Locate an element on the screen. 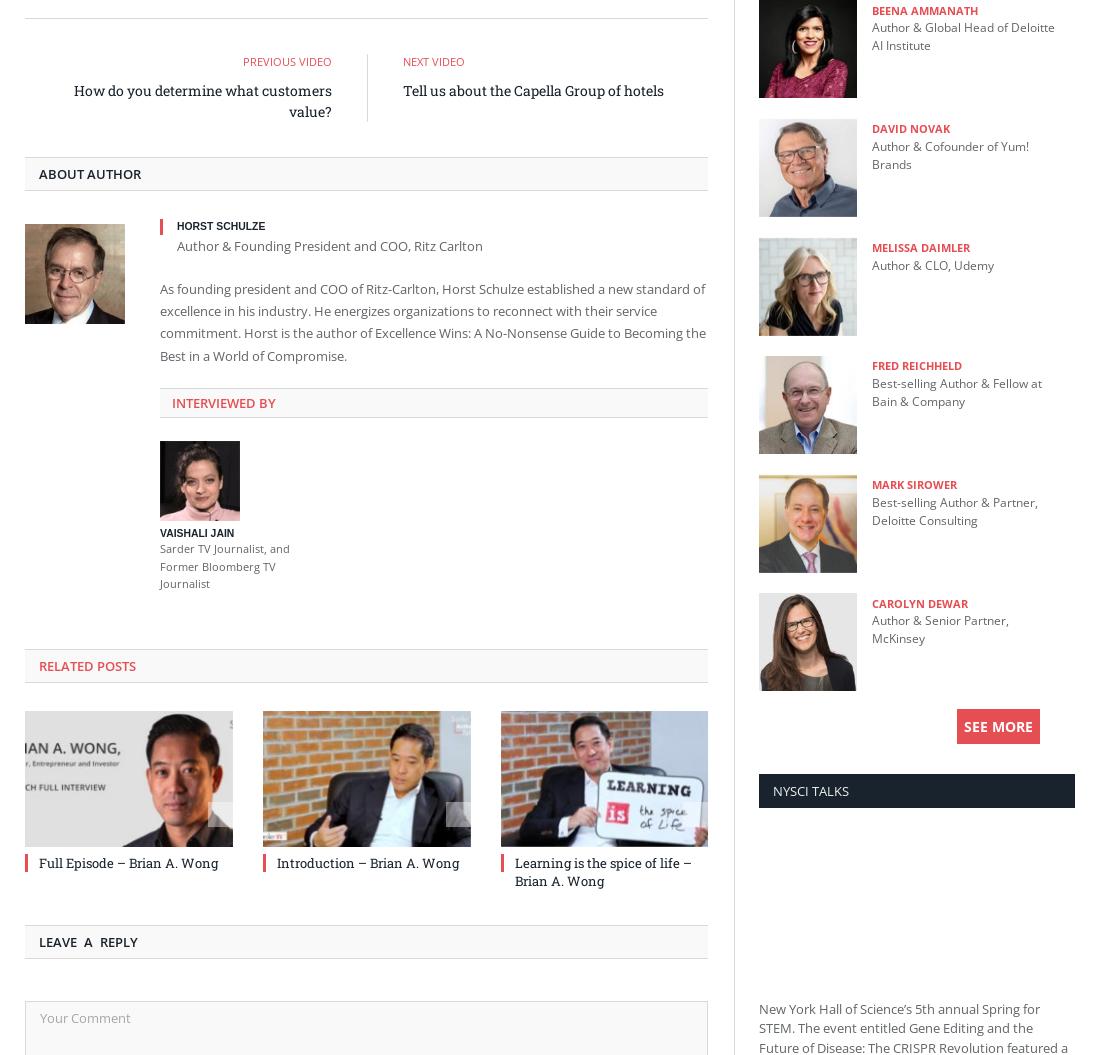 Image resolution: width=1100 pixels, height=1055 pixels. 'Previous Video' is located at coordinates (285, 59).